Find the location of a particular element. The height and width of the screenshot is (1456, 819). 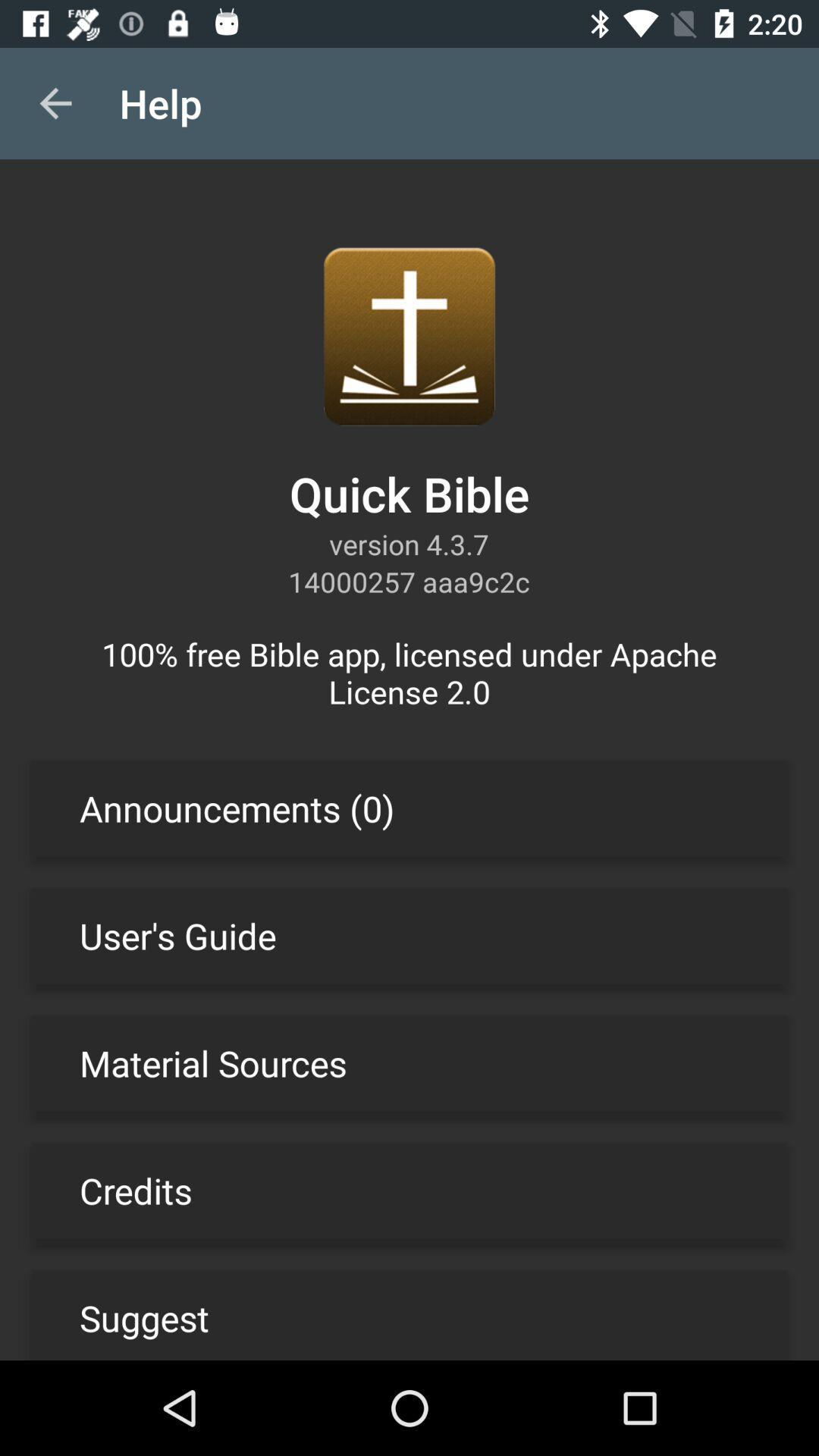

item next to the help app is located at coordinates (55, 102).